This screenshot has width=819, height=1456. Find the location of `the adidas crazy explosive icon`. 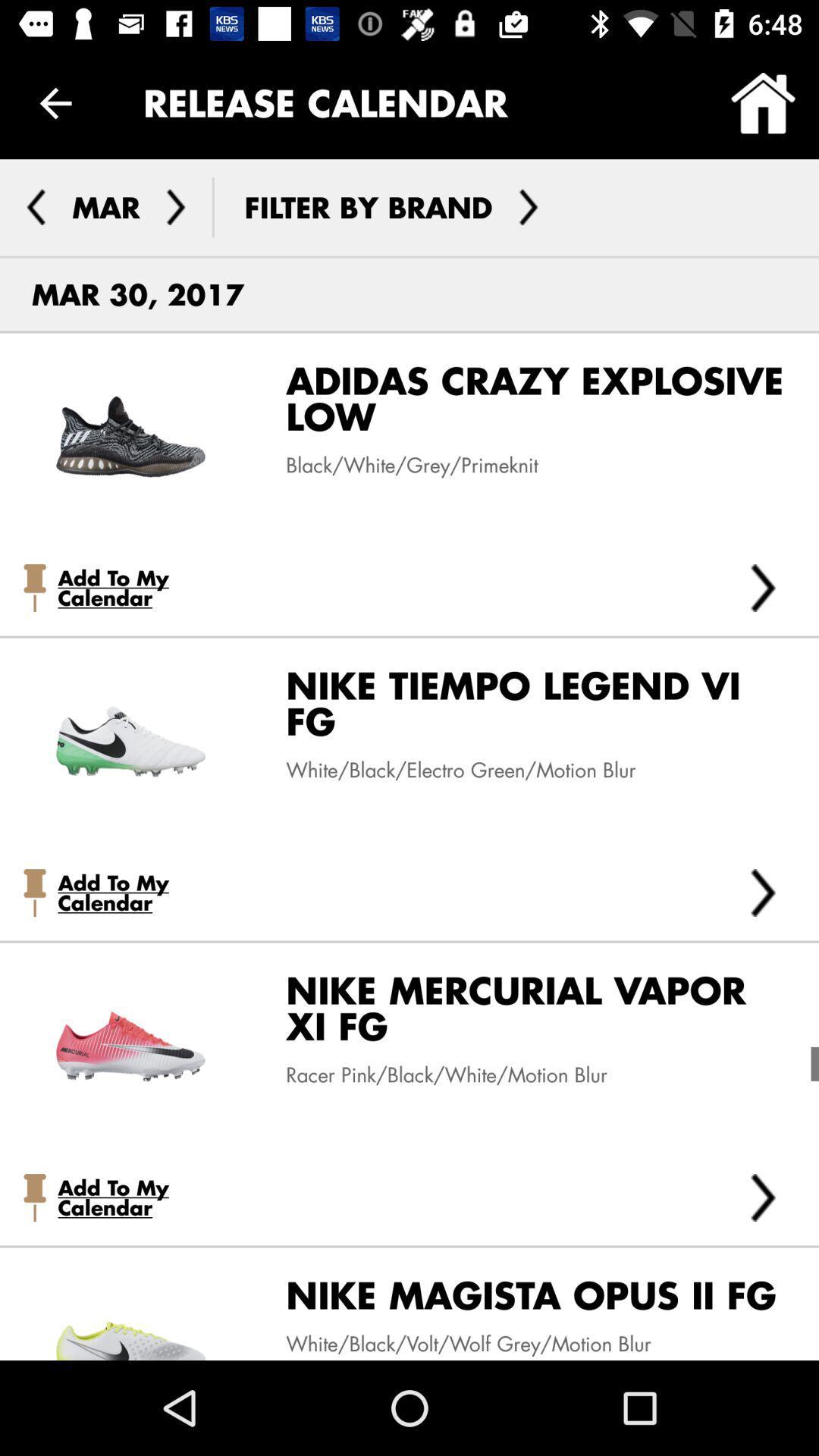

the adidas crazy explosive icon is located at coordinates (523, 404).